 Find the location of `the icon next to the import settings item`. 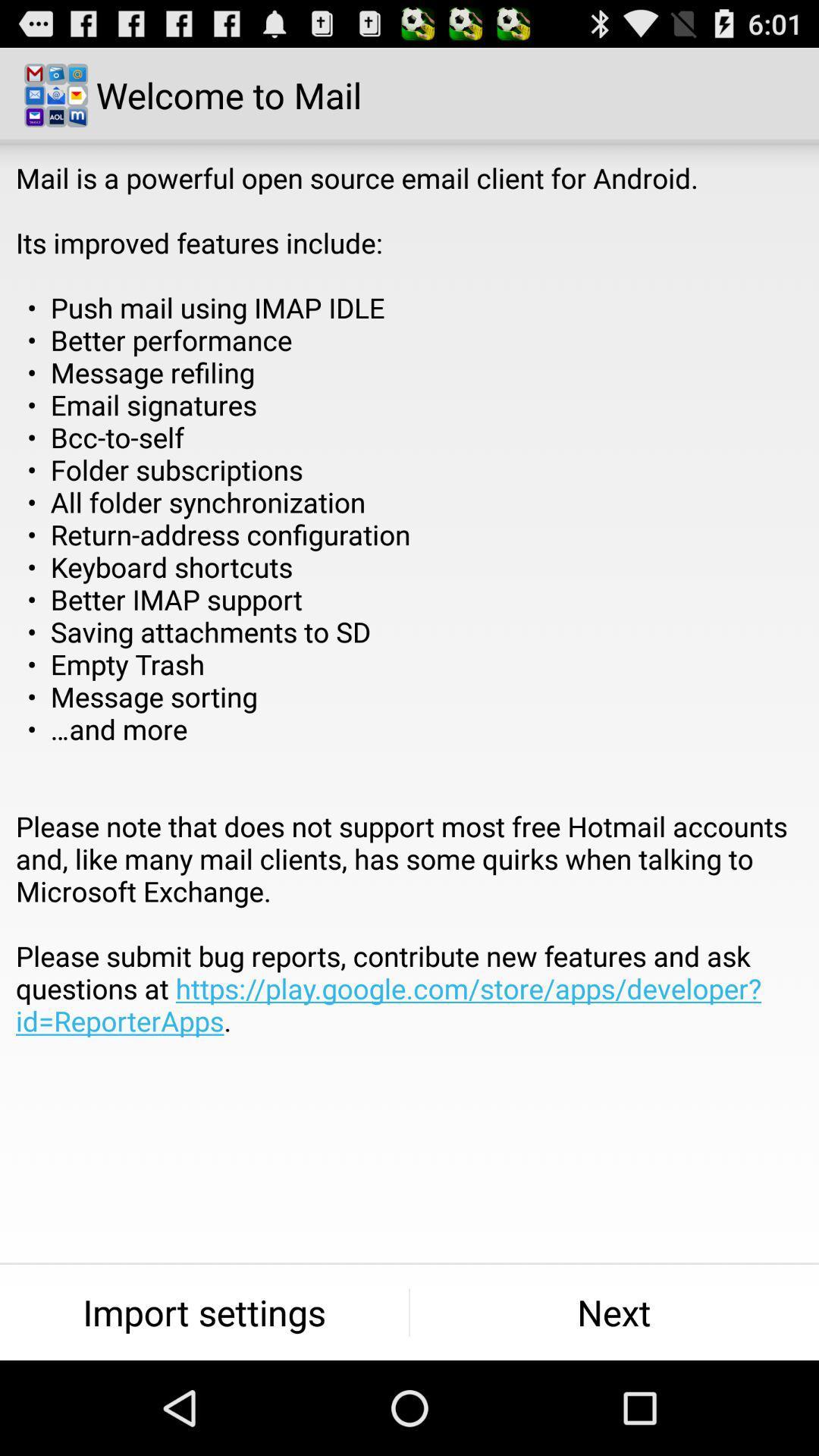

the icon next to the import settings item is located at coordinates (614, 1312).